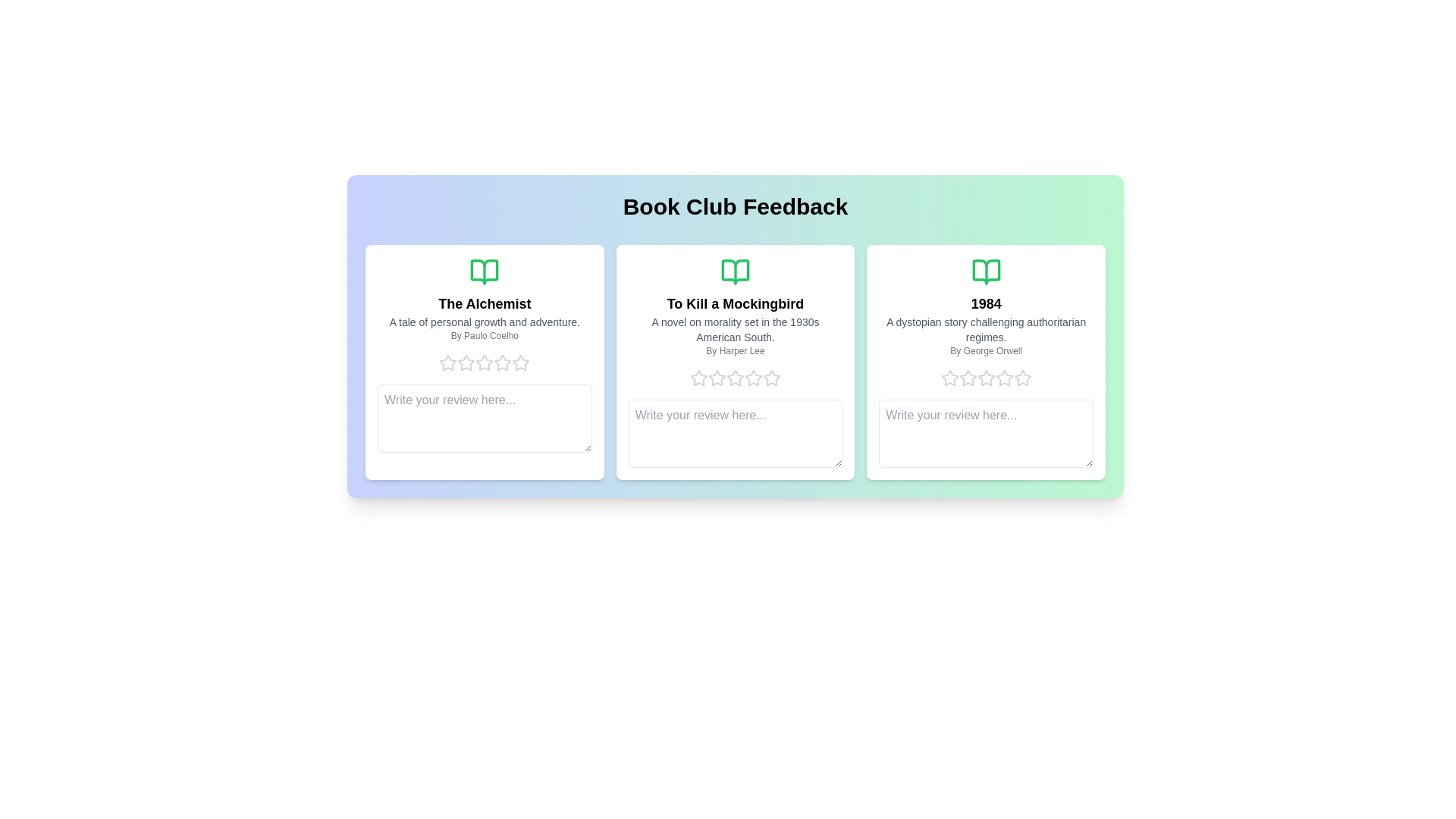 The image size is (1456, 819). Describe the element at coordinates (986, 377) in the screenshot. I see `the star icons in the Rating component for the book '1984'` at that location.